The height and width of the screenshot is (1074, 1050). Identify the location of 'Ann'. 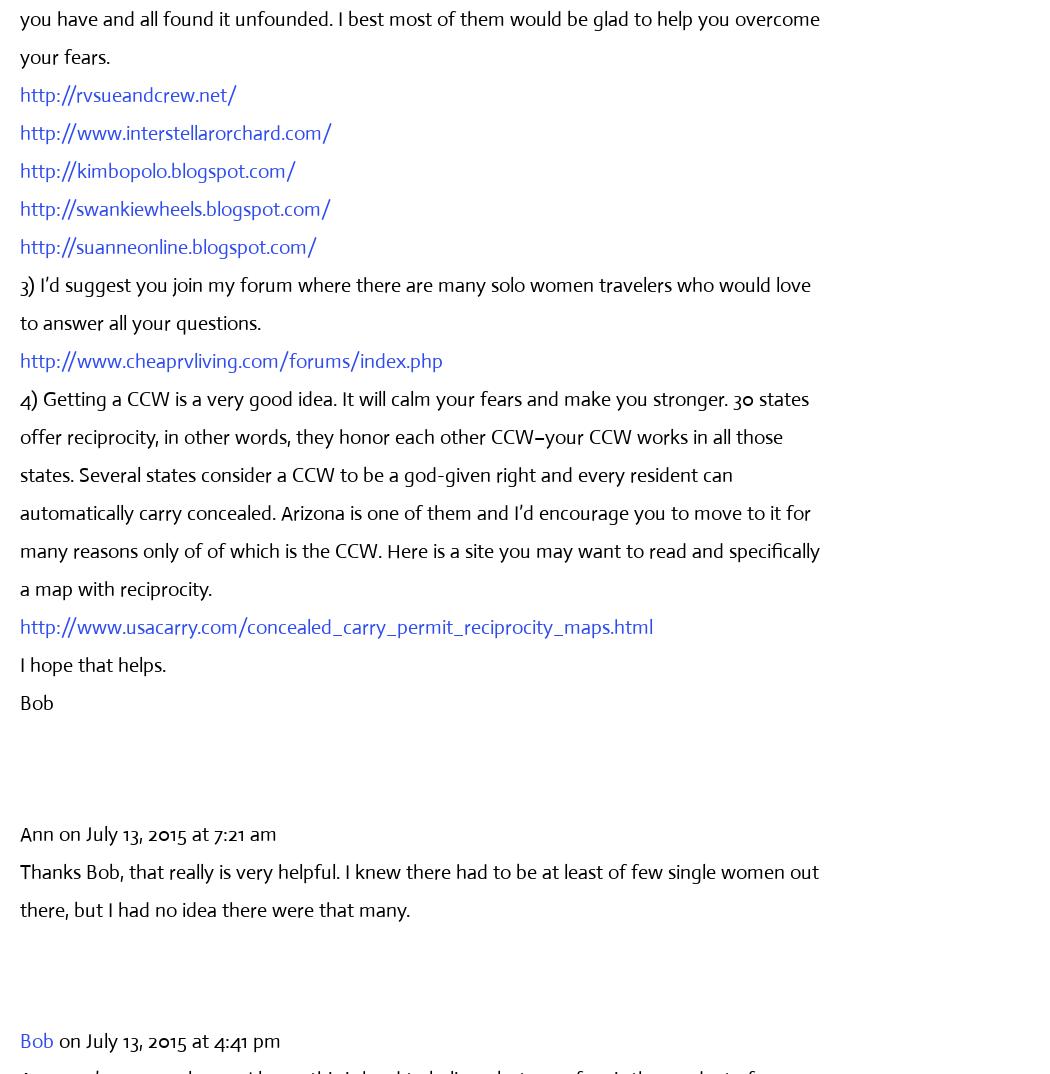
(19, 833).